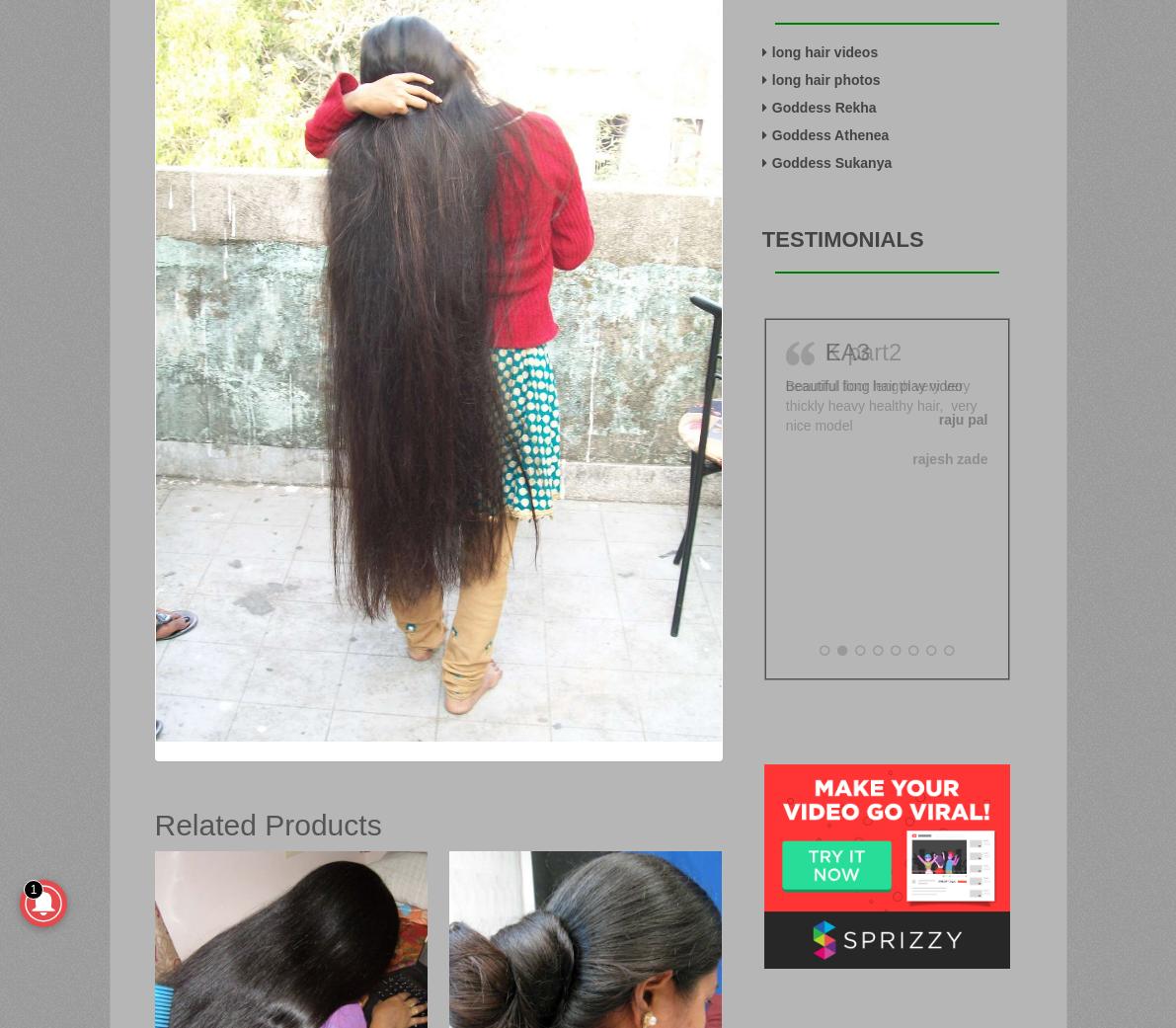 The width and height of the screenshot is (1176, 1028). I want to click on 'long hair photos', so click(824, 78).